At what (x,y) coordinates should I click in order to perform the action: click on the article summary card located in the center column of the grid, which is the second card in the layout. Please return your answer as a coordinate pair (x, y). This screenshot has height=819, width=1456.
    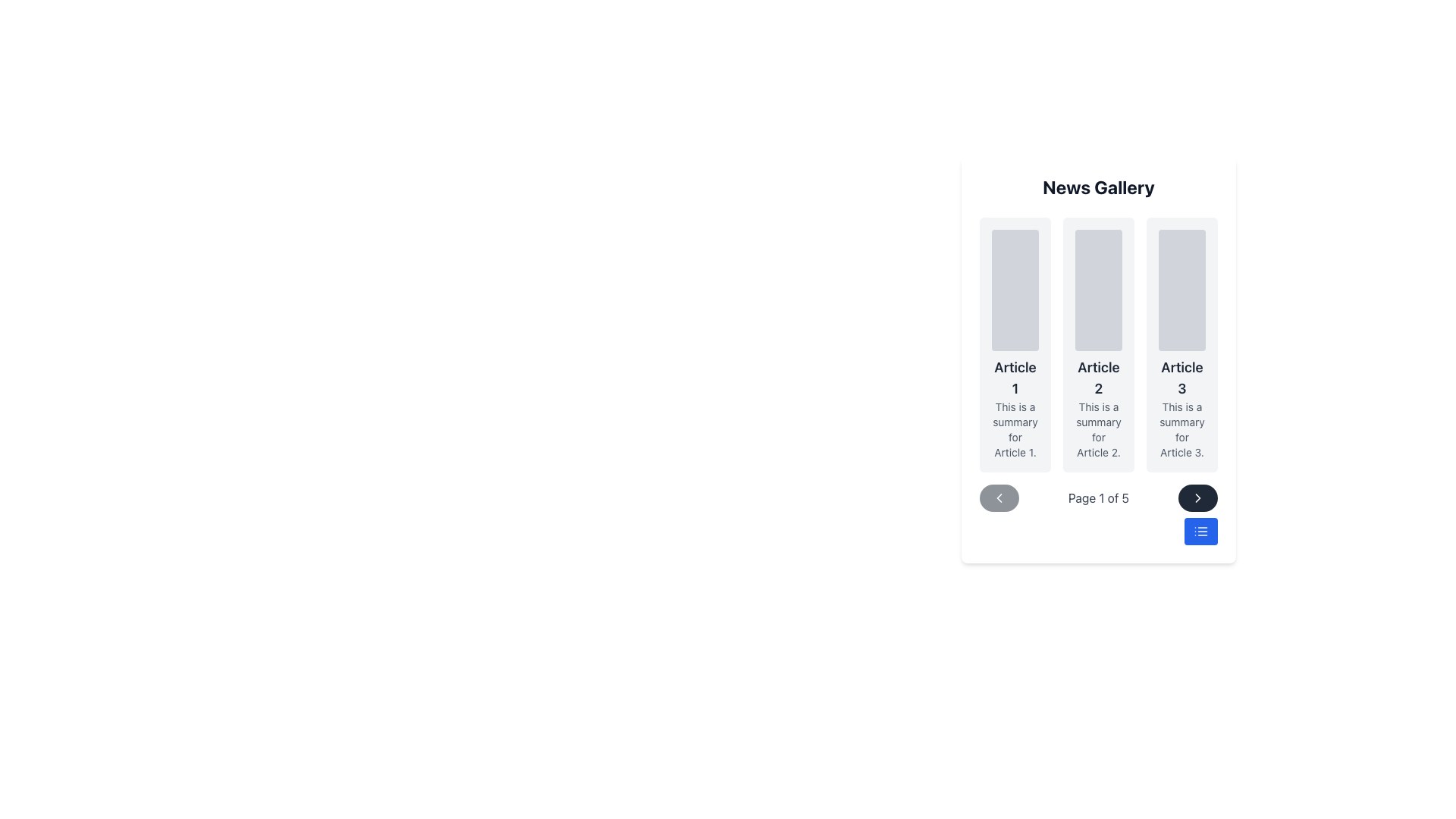
    Looking at the image, I should click on (1099, 345).